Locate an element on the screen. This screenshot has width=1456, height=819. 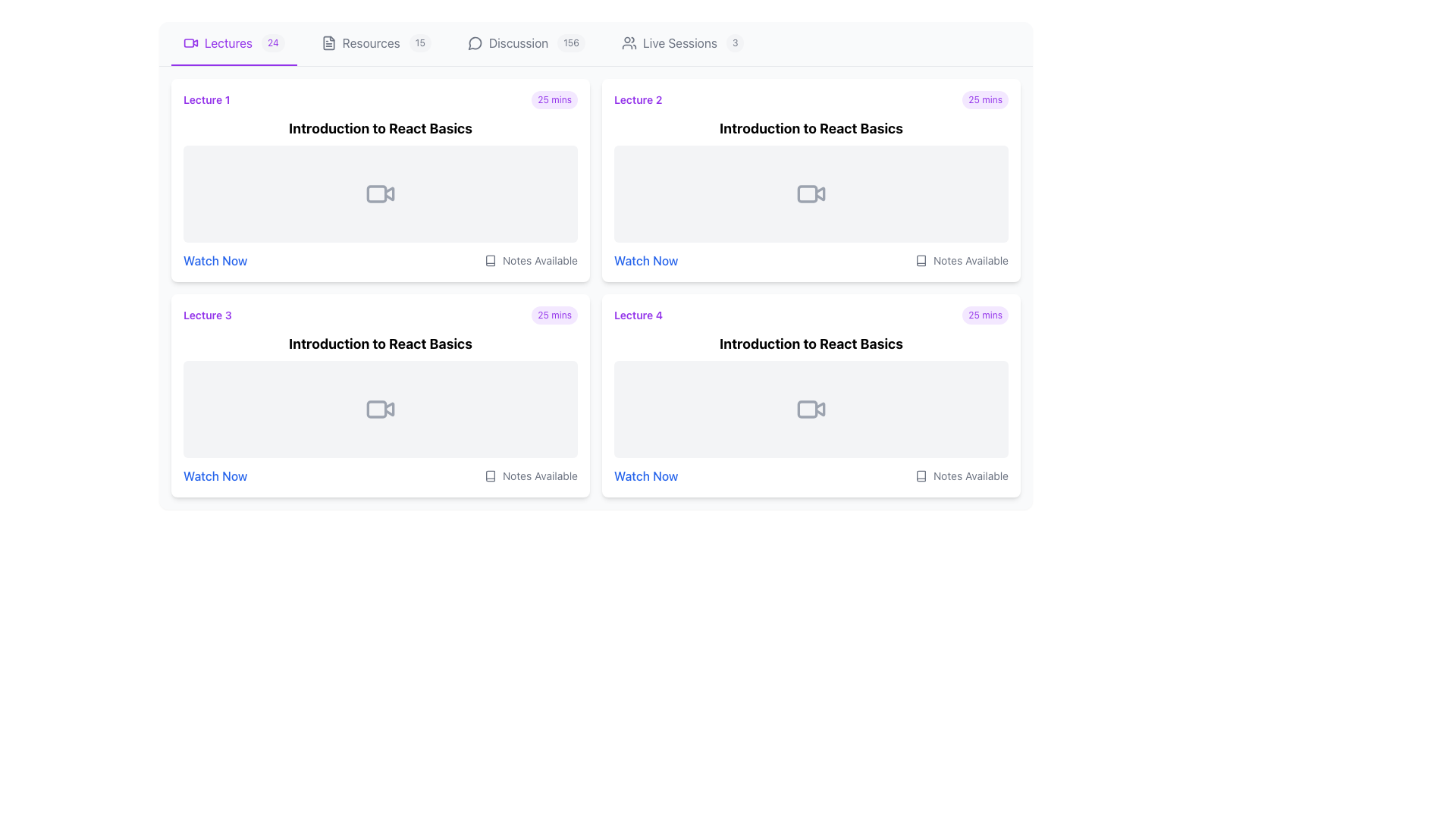
text content of the Text Label that serves as the title for the lecture in the top-left card of the grid, positioned beneath 'Lecture 1' is located at coordinates (381, 127).